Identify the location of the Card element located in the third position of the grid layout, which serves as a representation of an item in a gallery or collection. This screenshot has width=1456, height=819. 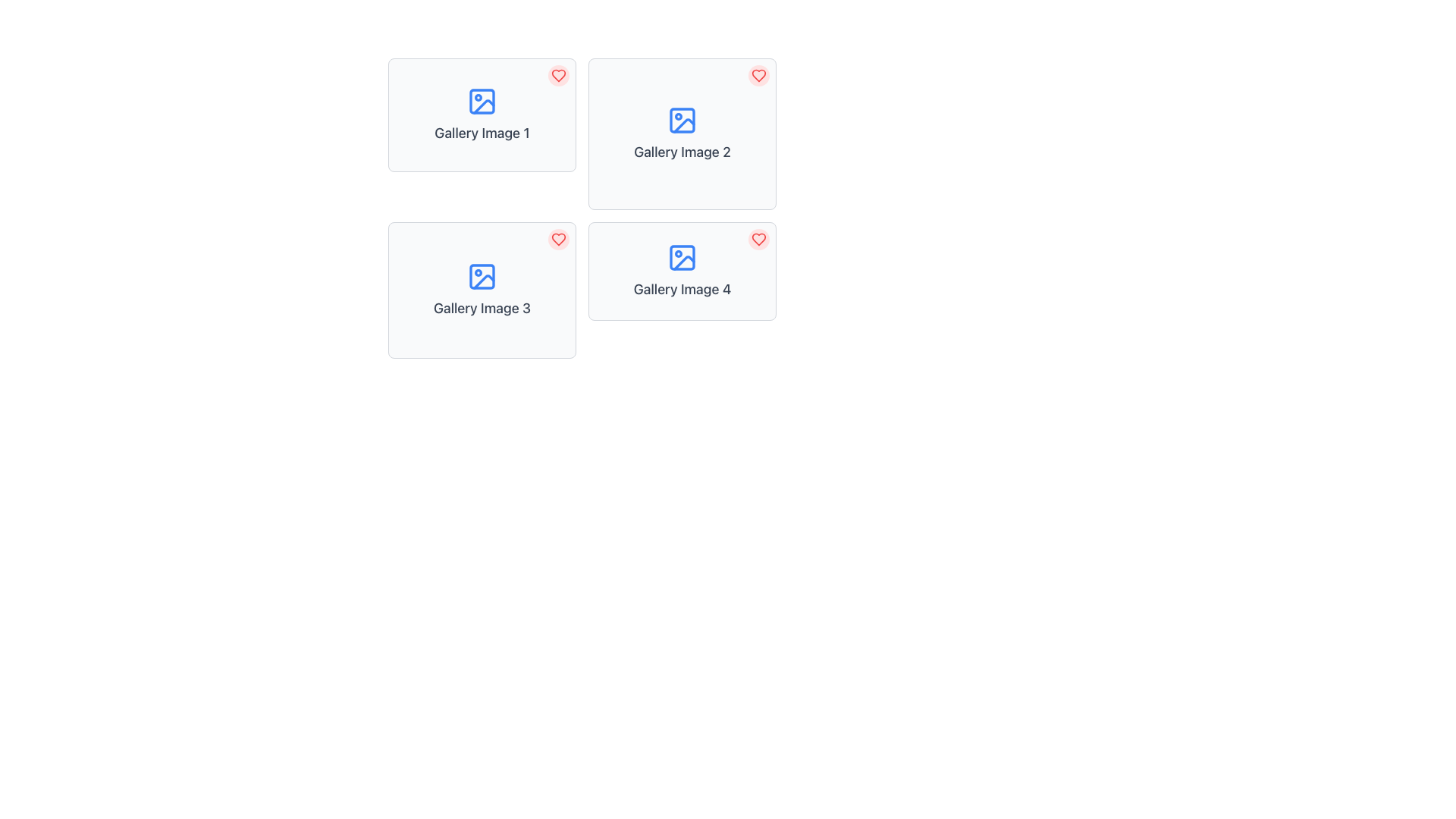
(481, 290).